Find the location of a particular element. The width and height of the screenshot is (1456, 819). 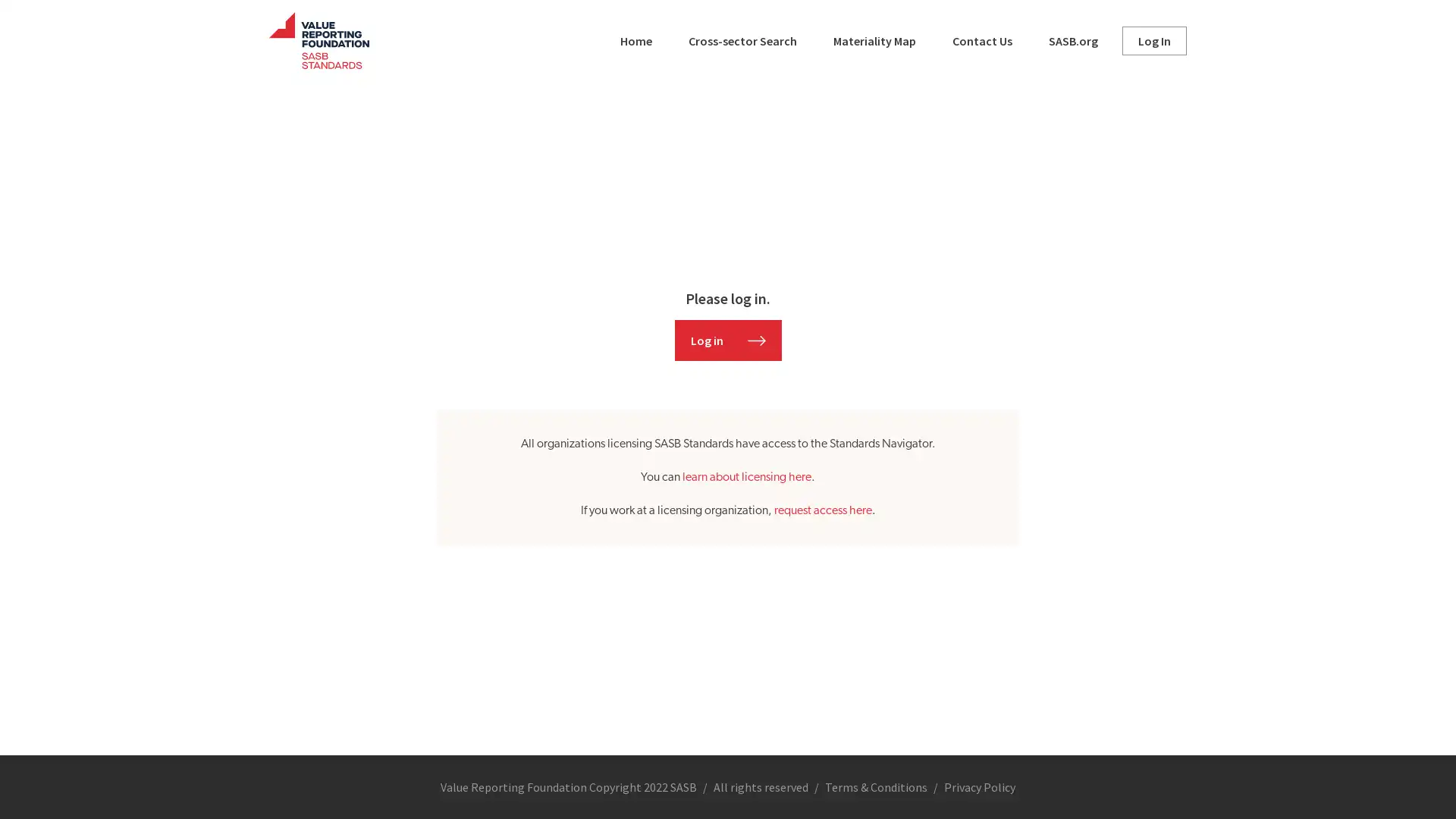

Log in is located at coordinates (726, 338).